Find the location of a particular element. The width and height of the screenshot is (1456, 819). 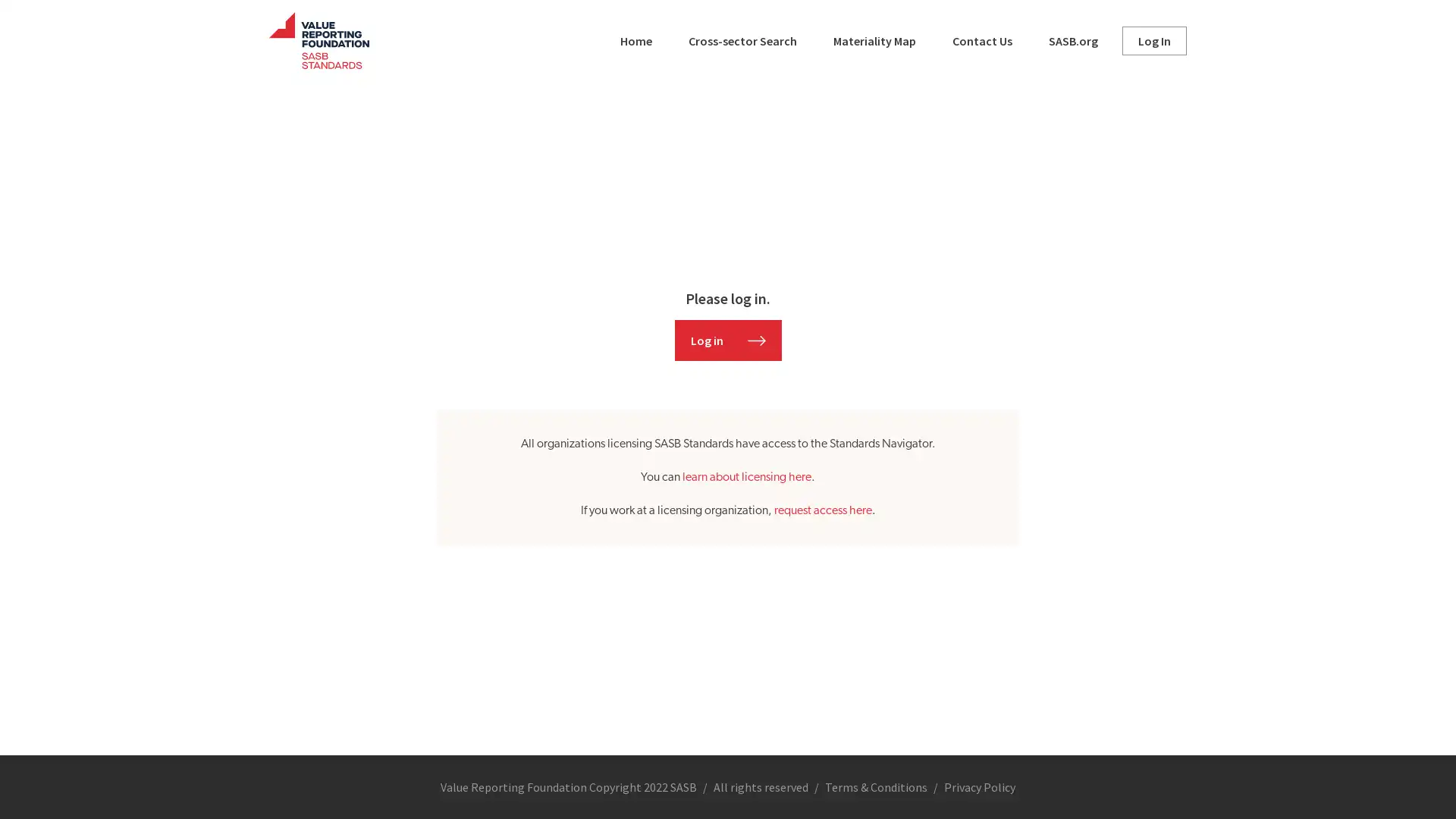

Log in is located at coordinates (726, 338).